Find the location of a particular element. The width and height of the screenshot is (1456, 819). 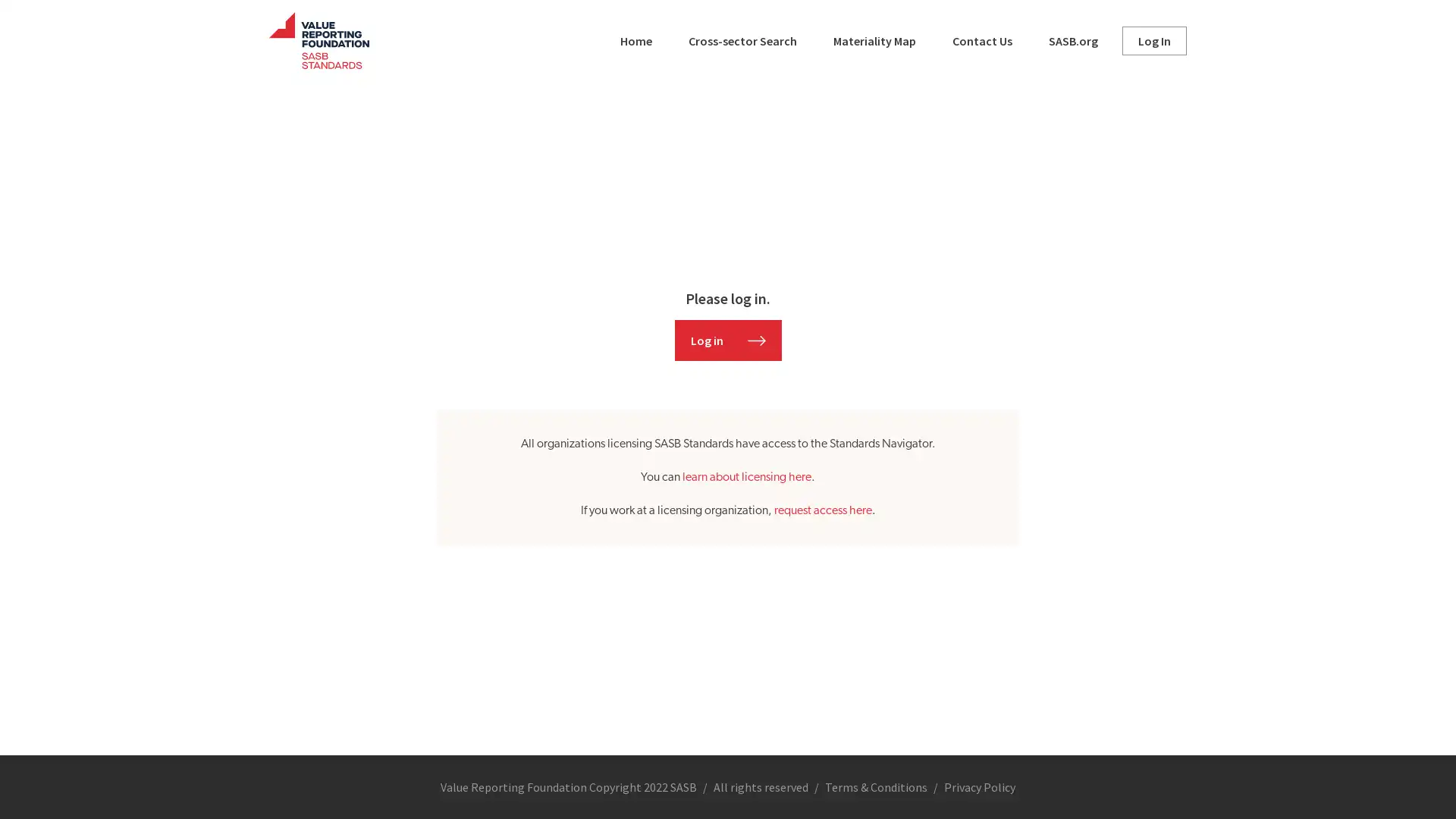

Log in is located at coordinates (726, 338).